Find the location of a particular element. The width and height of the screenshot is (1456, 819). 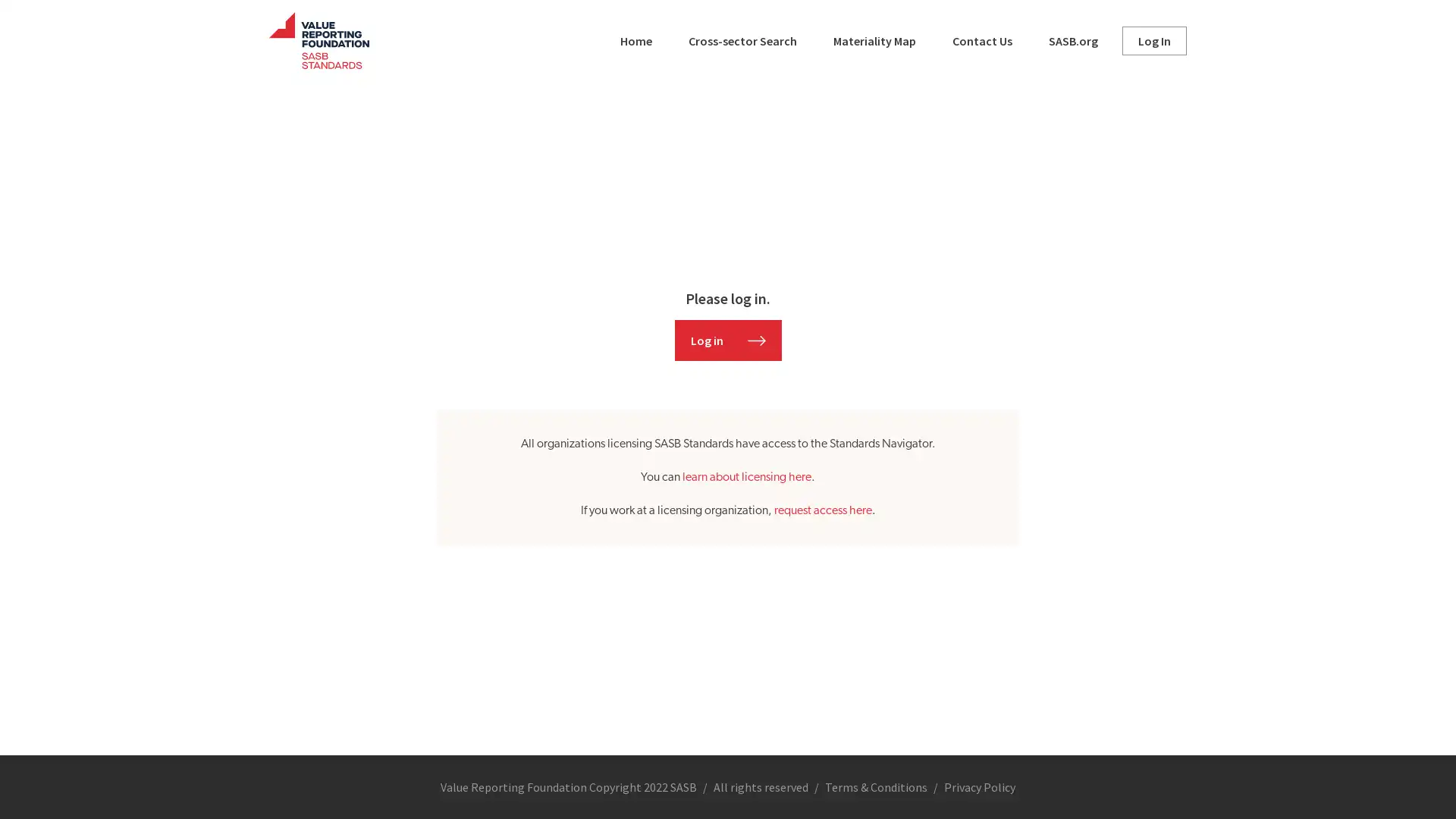

Log in is located at coordinates (726, 338).